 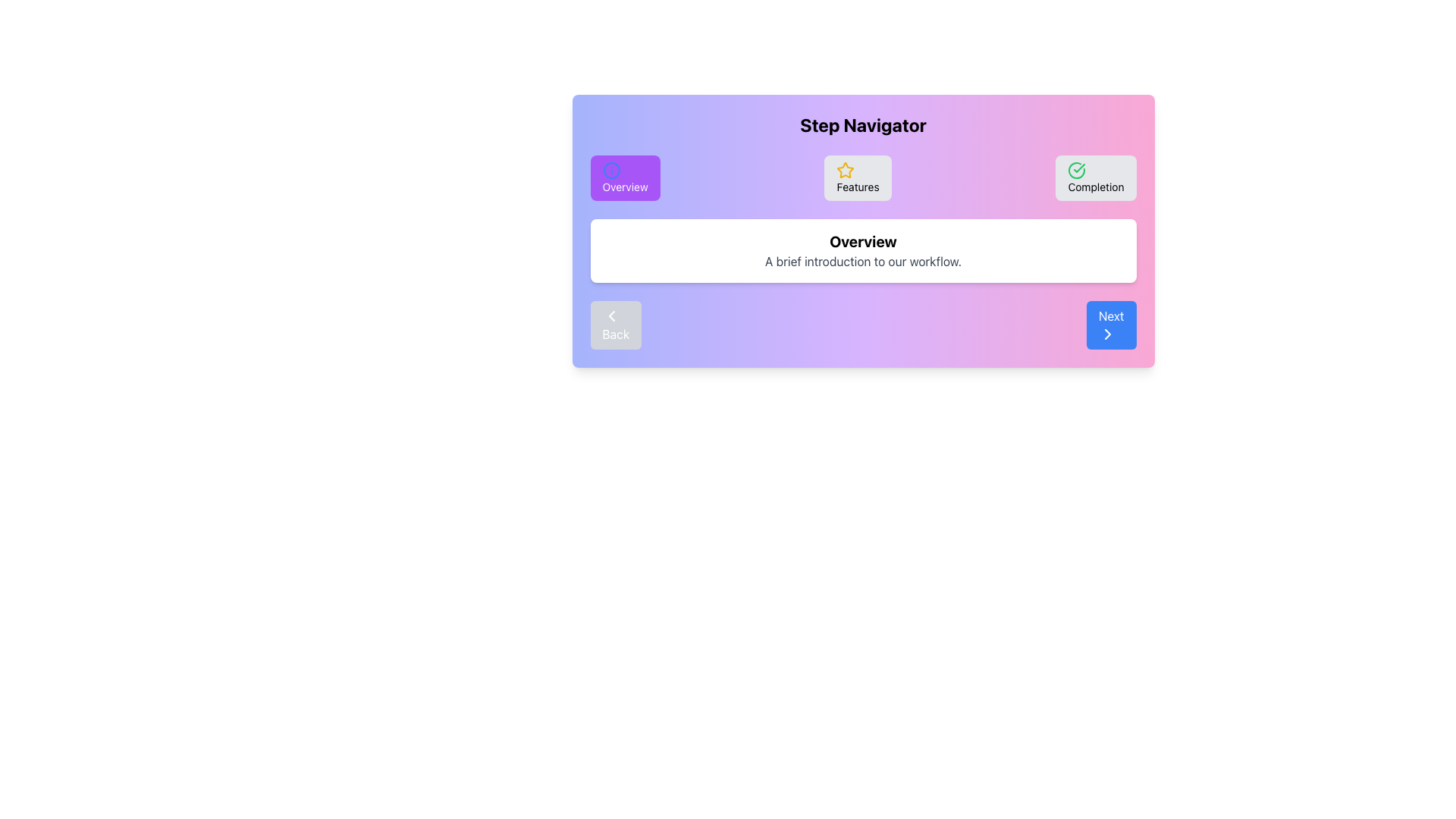 I want to click on the 'Features' icon located centrally in the 'Step Navigator' section of the navigation bar, so click(x=845, y=170).